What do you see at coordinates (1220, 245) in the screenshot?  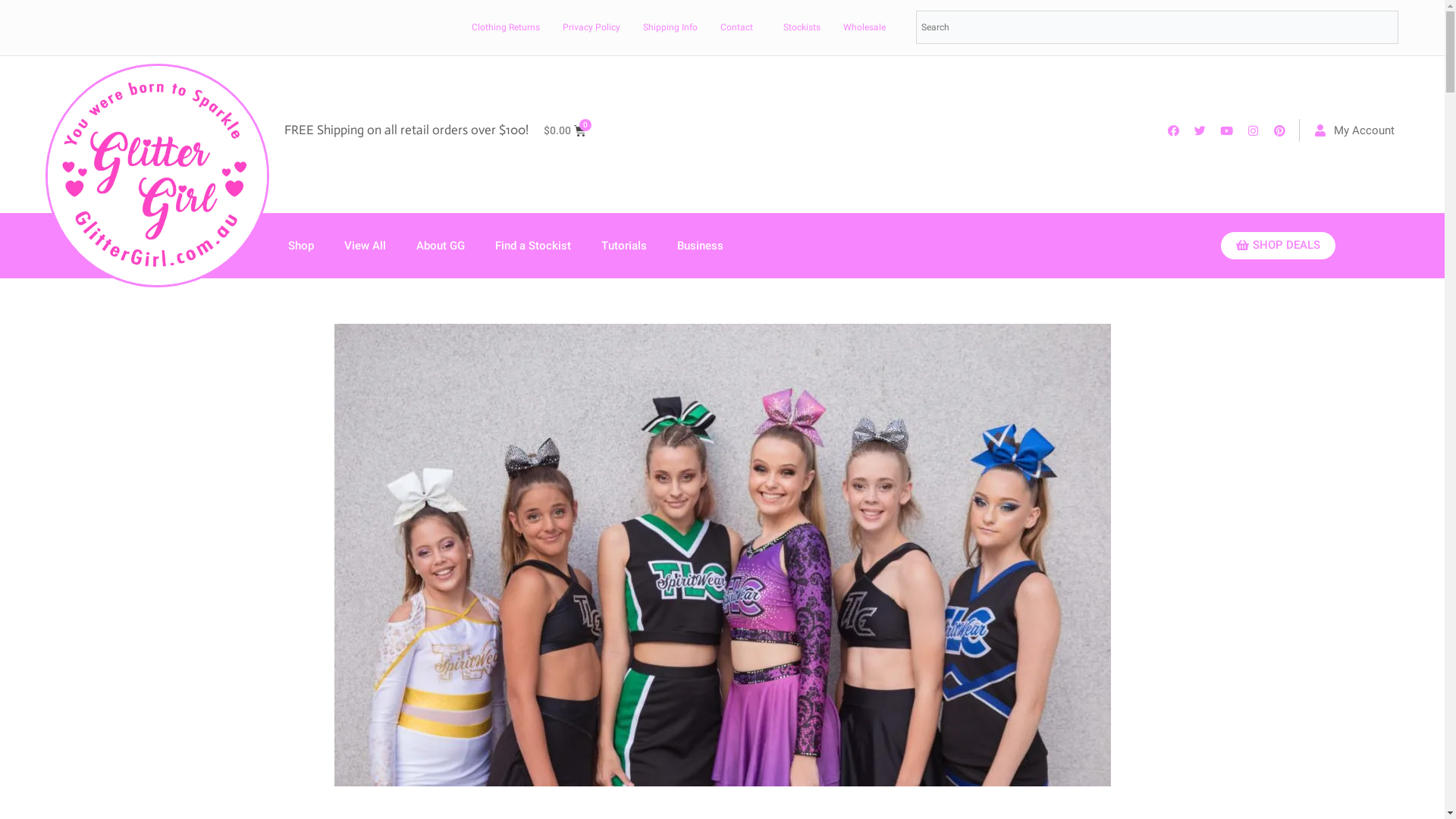 I see `'SHOP DEALS'` at bounding box center [1220, 245].